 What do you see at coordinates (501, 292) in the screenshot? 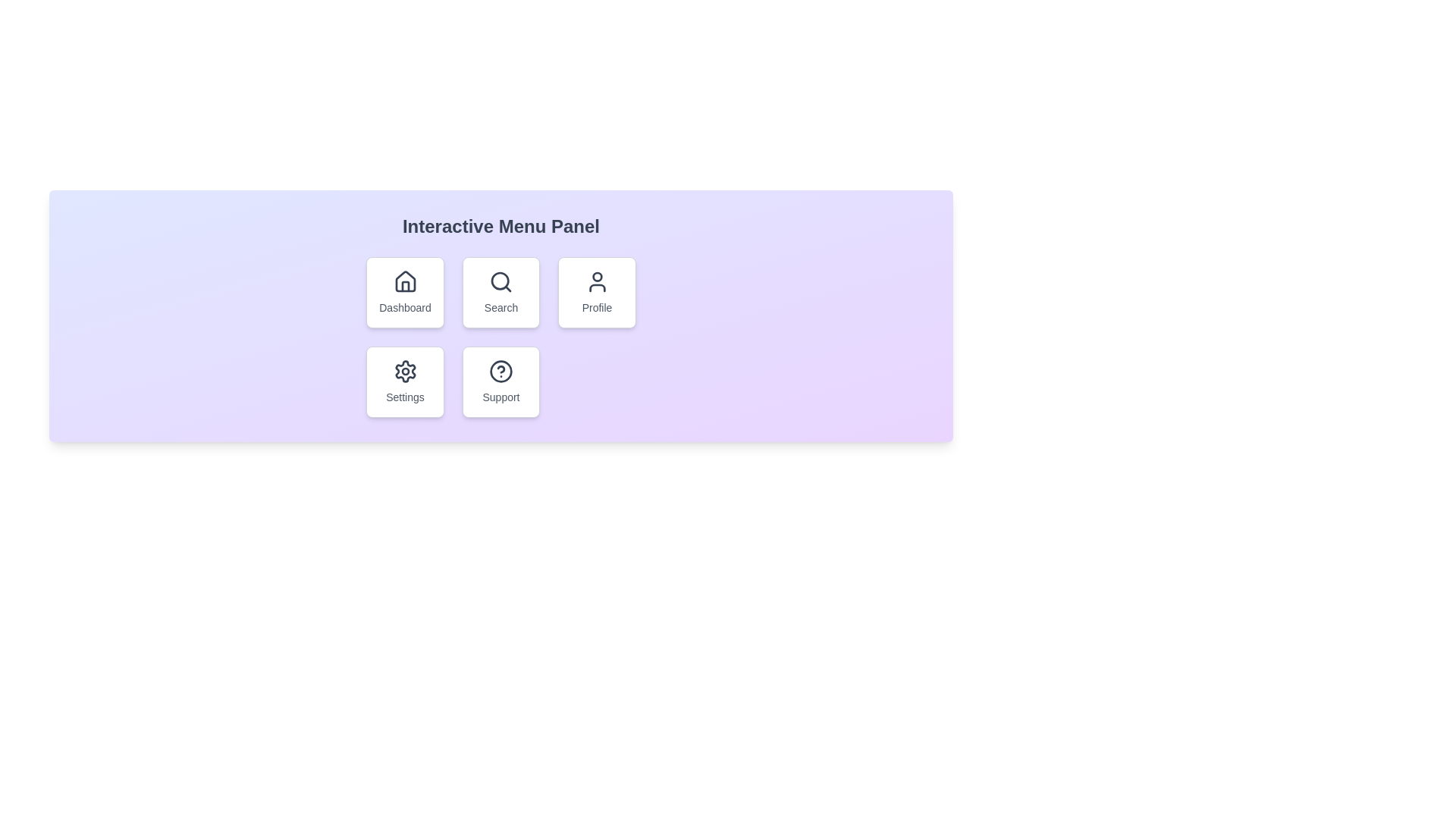
I see `the square-shaped 'Search' button with a white background and a magnifying glass icon located in the top row, middle position of the 'Interactive Menu Panel'` at bounding box center [501, 292].